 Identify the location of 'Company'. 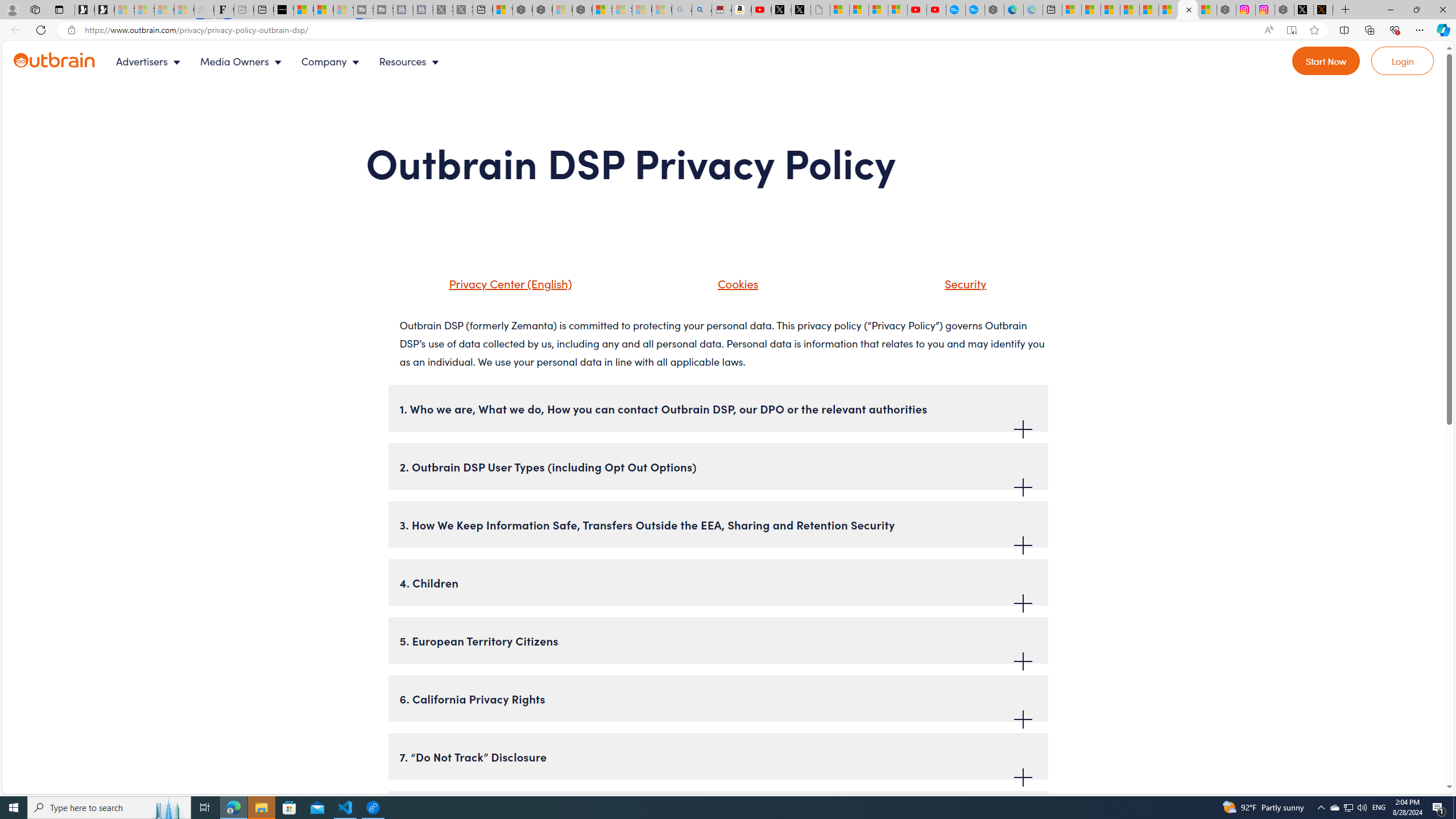
(333, 61).